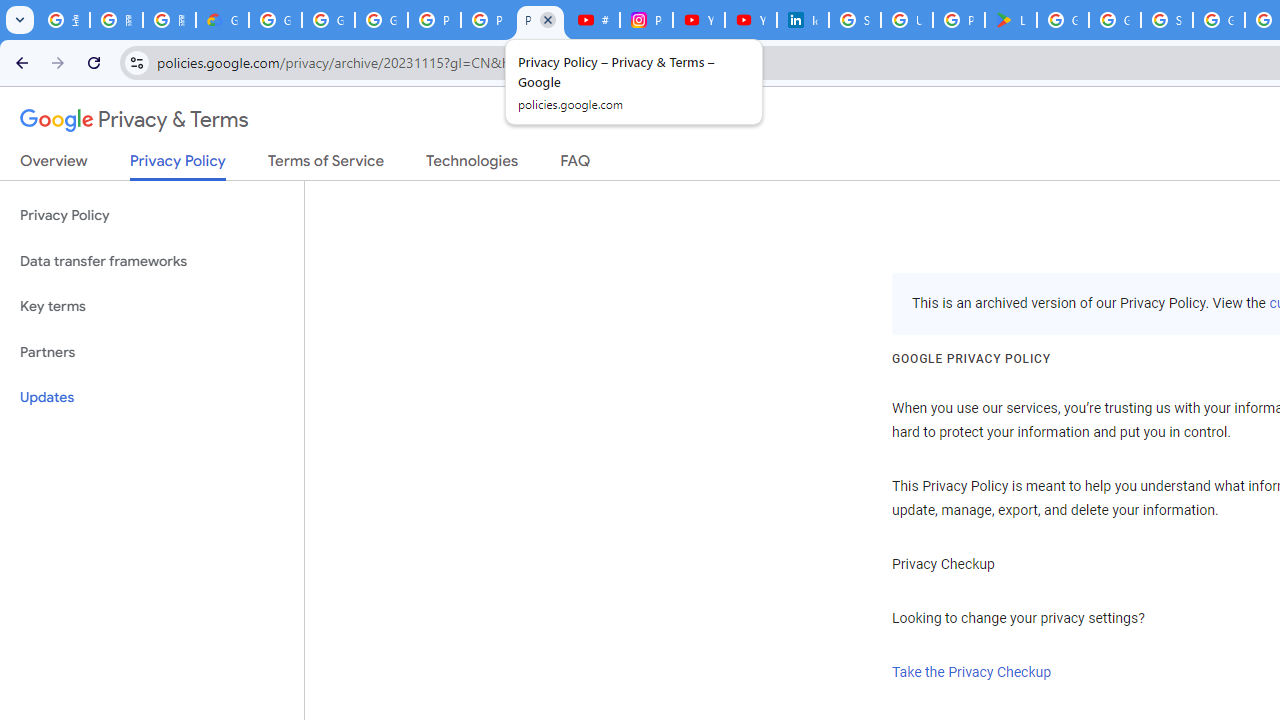  Describe the element at coordinates (698, 20) in the screenshot. I see `'YouTube Culture & Trends - On The Rise: Handcam Videos'` at that location.